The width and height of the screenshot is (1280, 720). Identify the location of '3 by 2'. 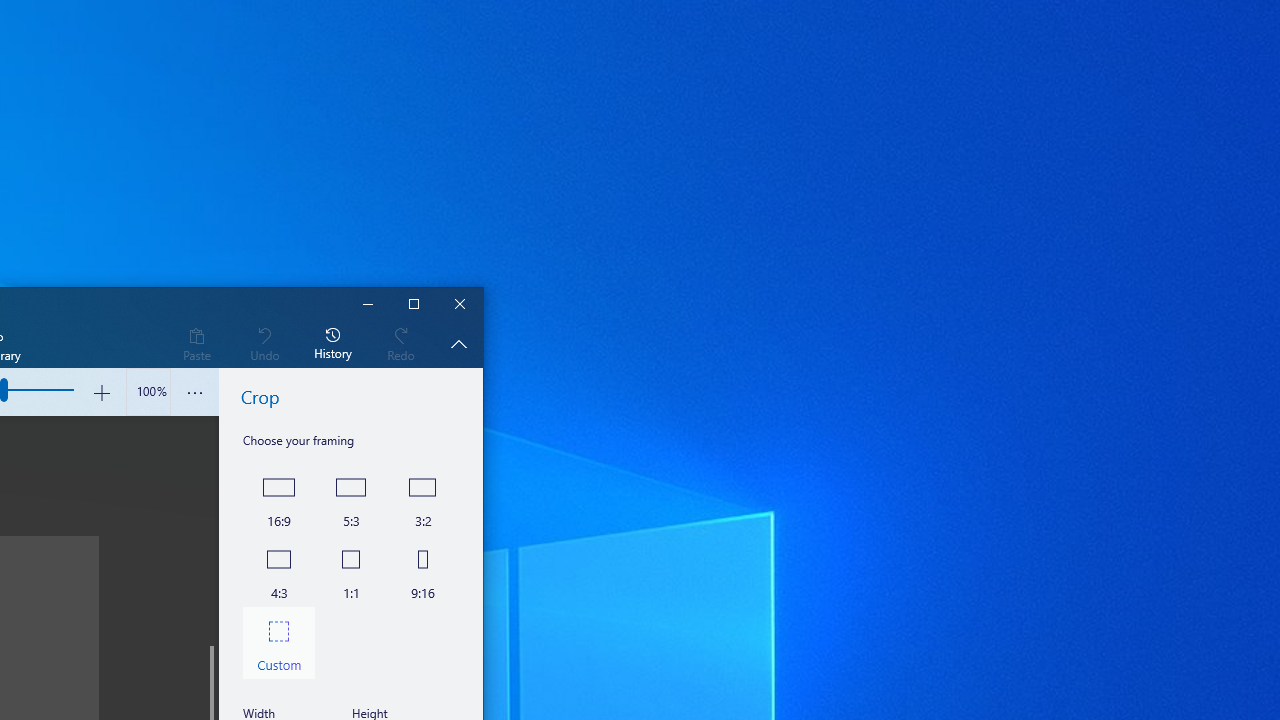
(422, 497).